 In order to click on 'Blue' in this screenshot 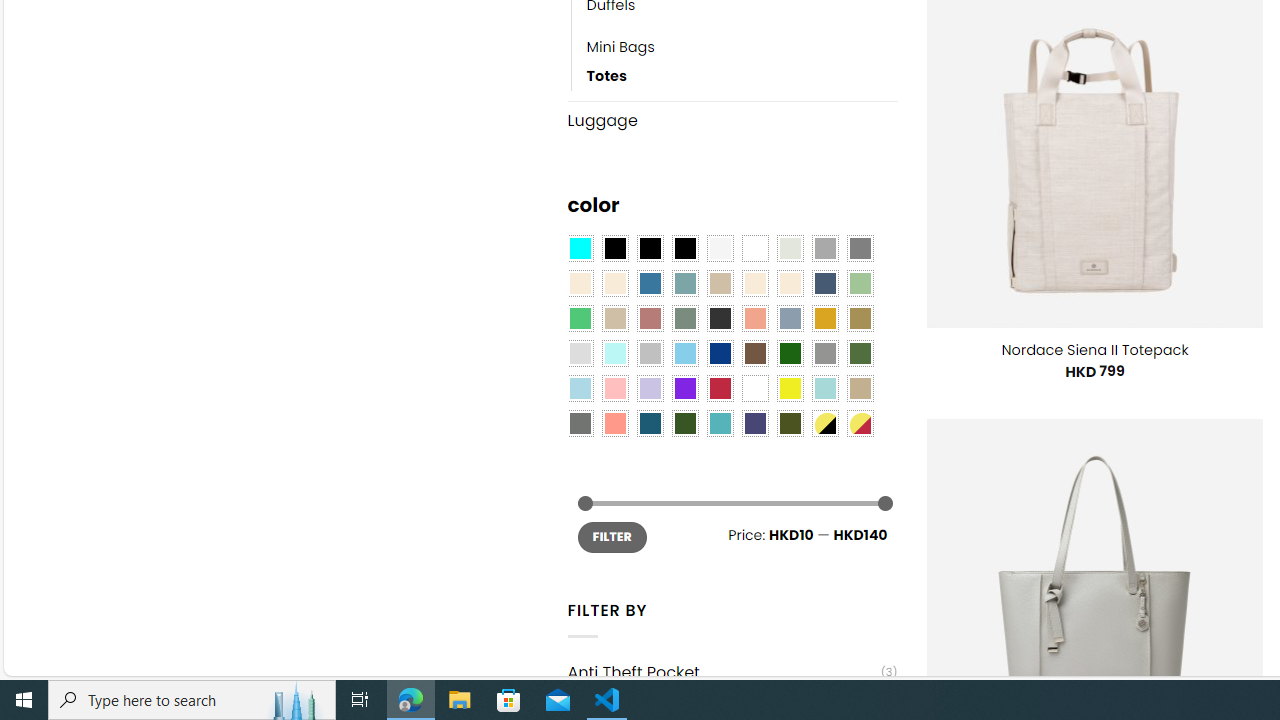, I will do `click(650, 283)`.